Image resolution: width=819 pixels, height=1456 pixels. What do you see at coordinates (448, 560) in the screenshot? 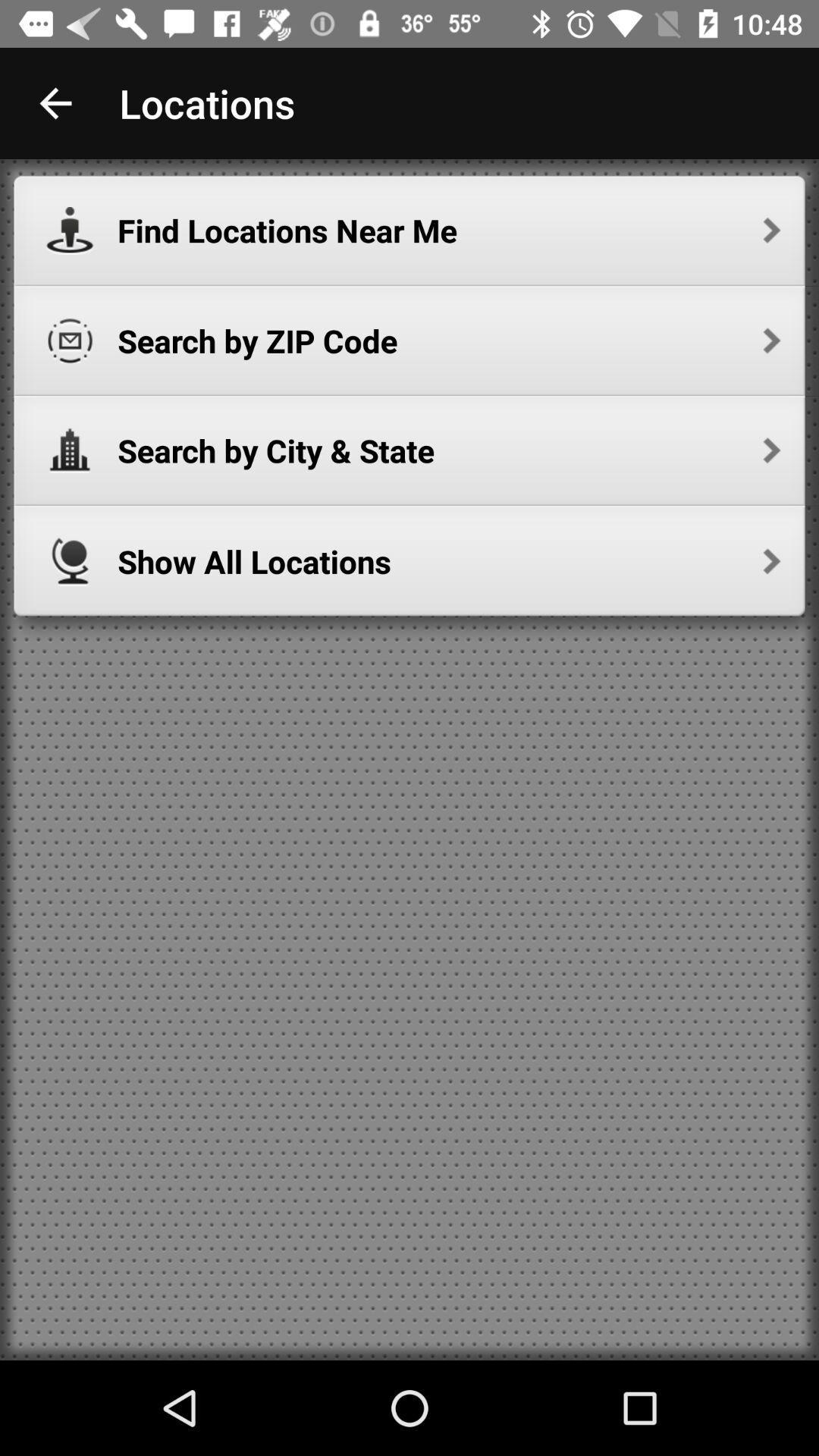
I see `show all locations at the center` at bounding box center [448, 560].